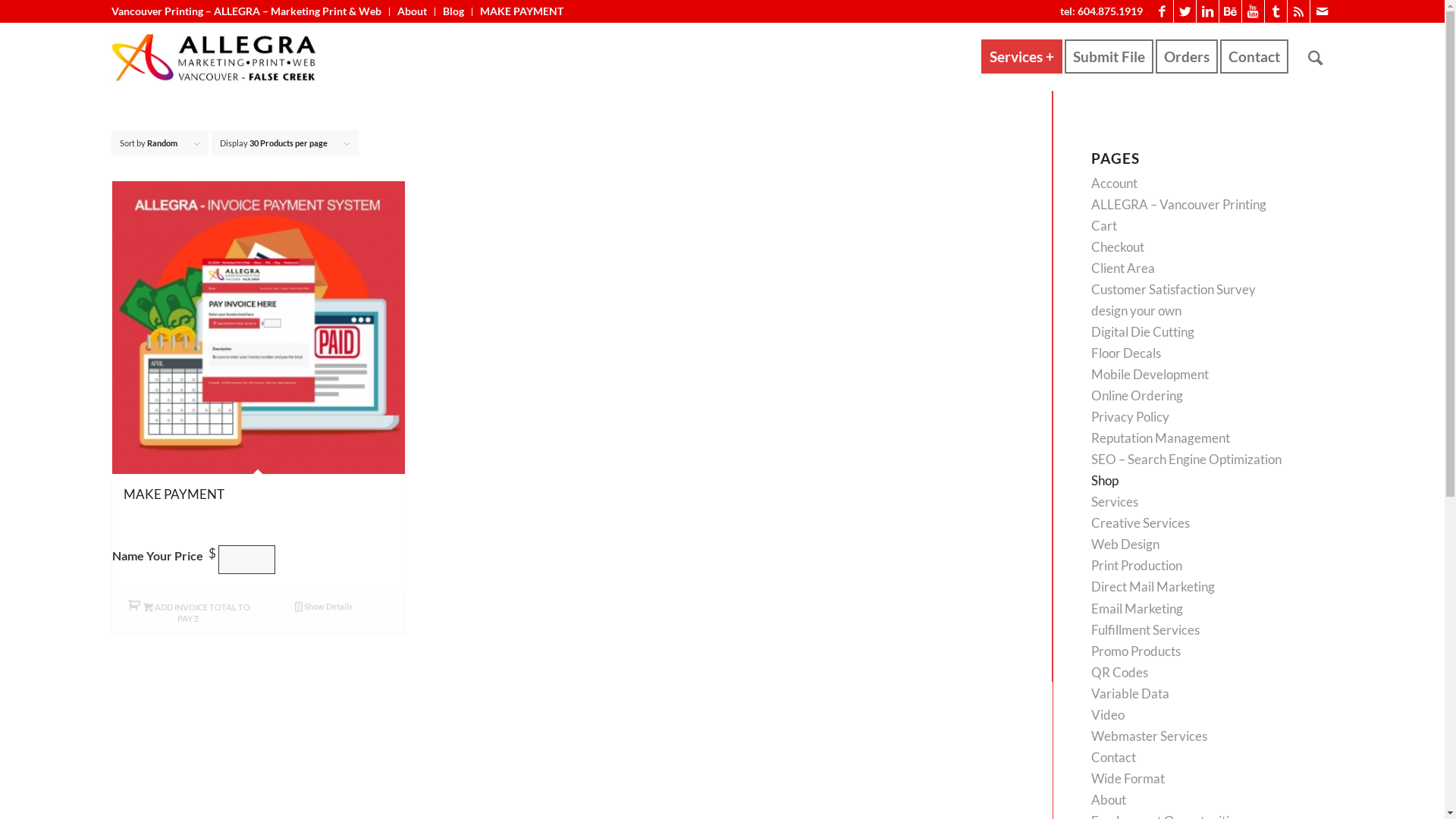 This screenshot has height=819, width=1456. What do you see at coordinates (1021, 55) in the screenshot?
I see `'Services +'` at bounding box center [1021, 55].